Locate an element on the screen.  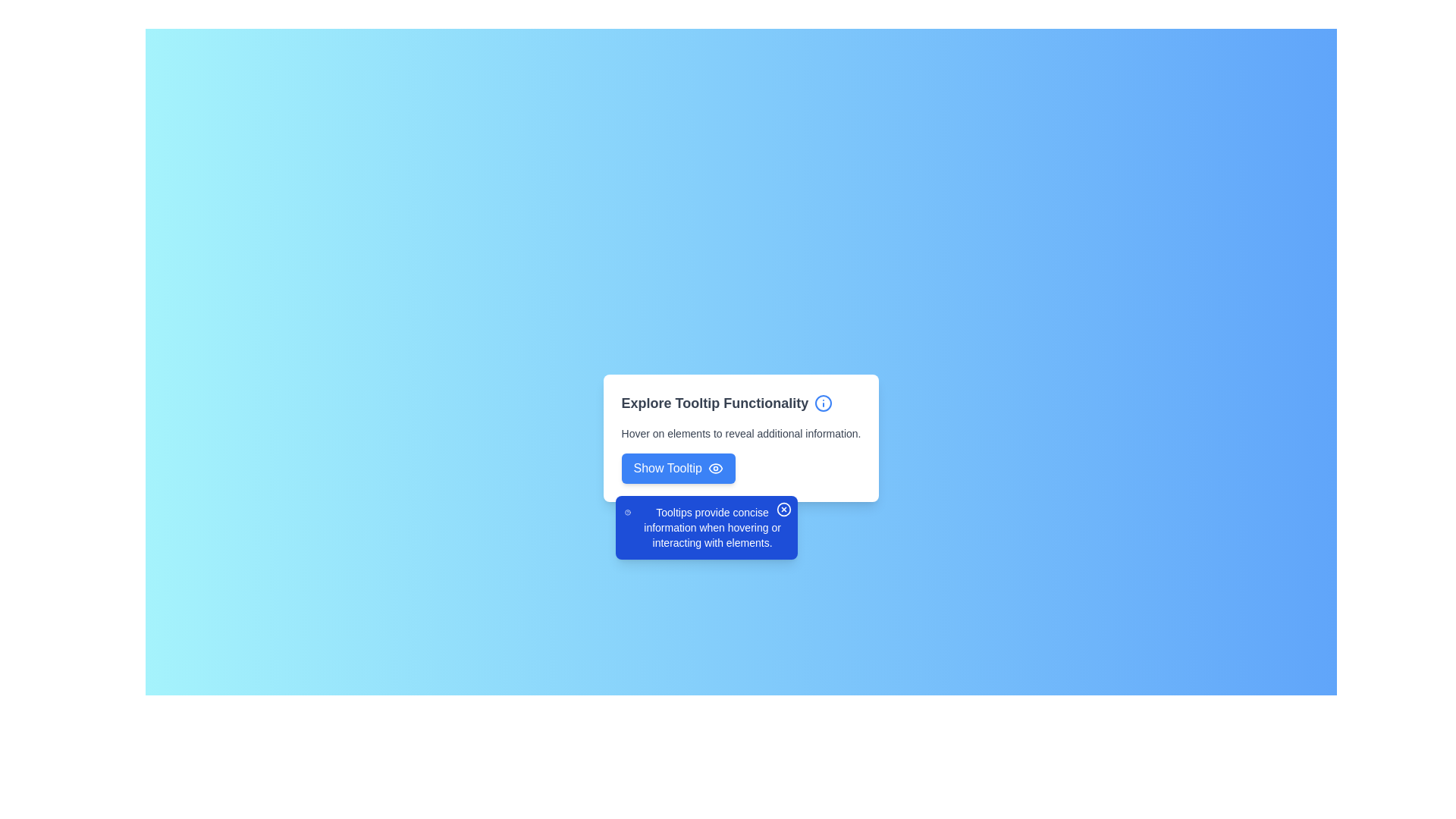
the static text element that provides instructions about the tooltip functionality, located below the 'Explore Tooltip Functionality' header and above the 'Show Tooltip' button is located at coordinates (741, 433).